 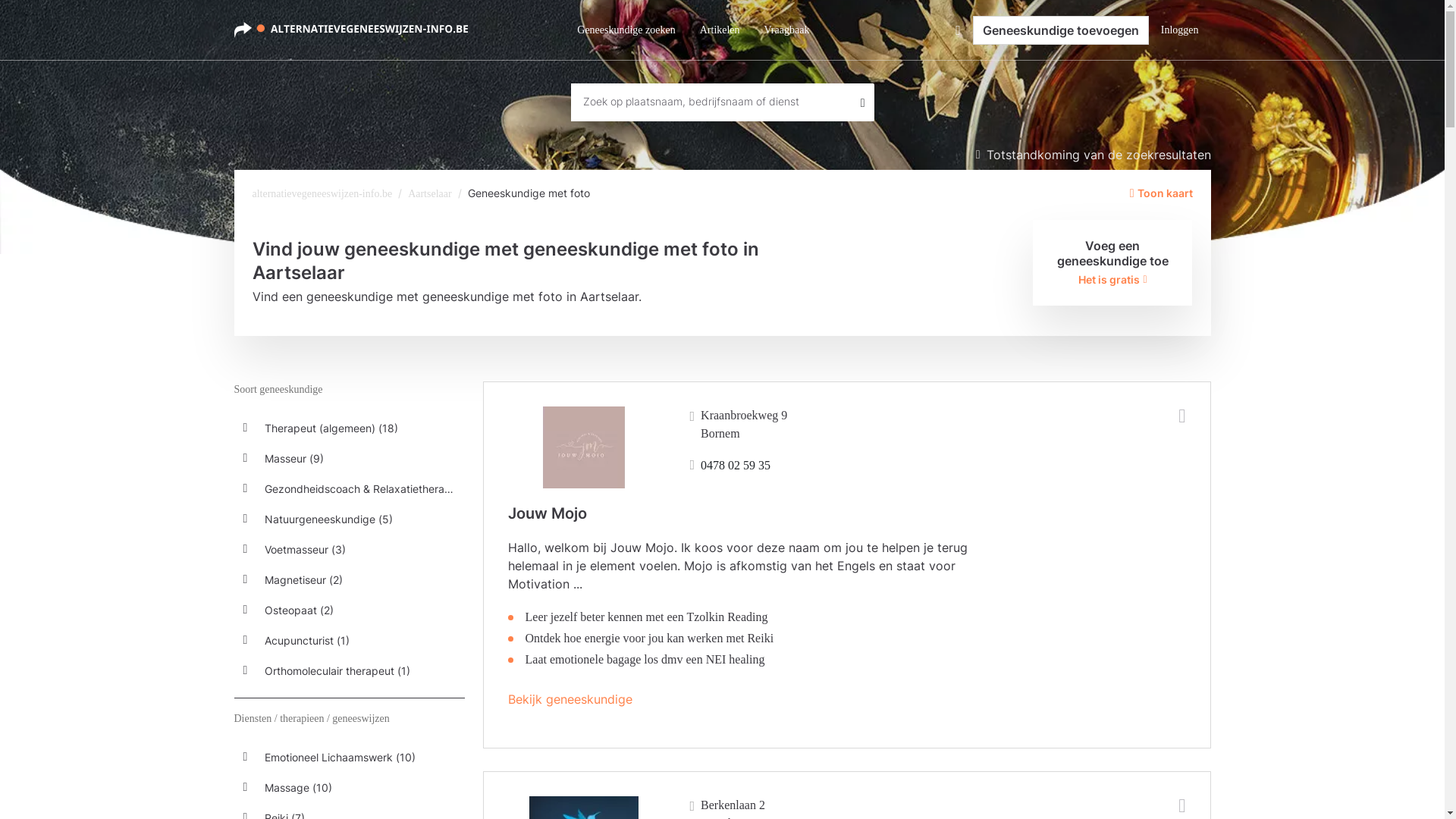 I want to click on 'Emotioneel Lichaamswerk (10)', so click(x=348, y=757).